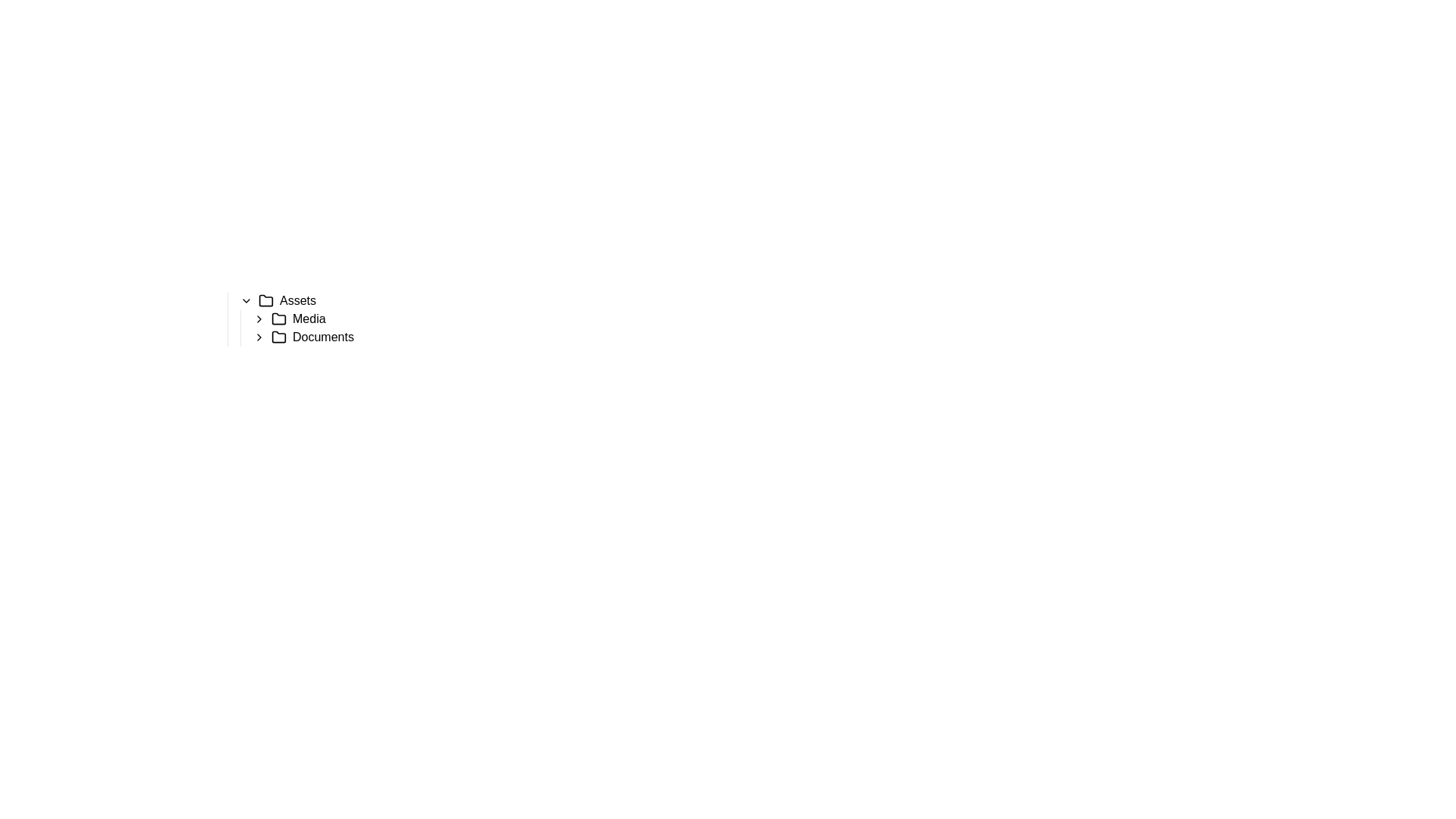  What do you see at coordinates (279, 336) in the screenshot?
I see `the folder icon, which is a minimalist line art representation in black, located in the vertical navigation panel, positioned between a rightward angled arrow icon and the 'Documents' text label` at bounding box center [279, 336].